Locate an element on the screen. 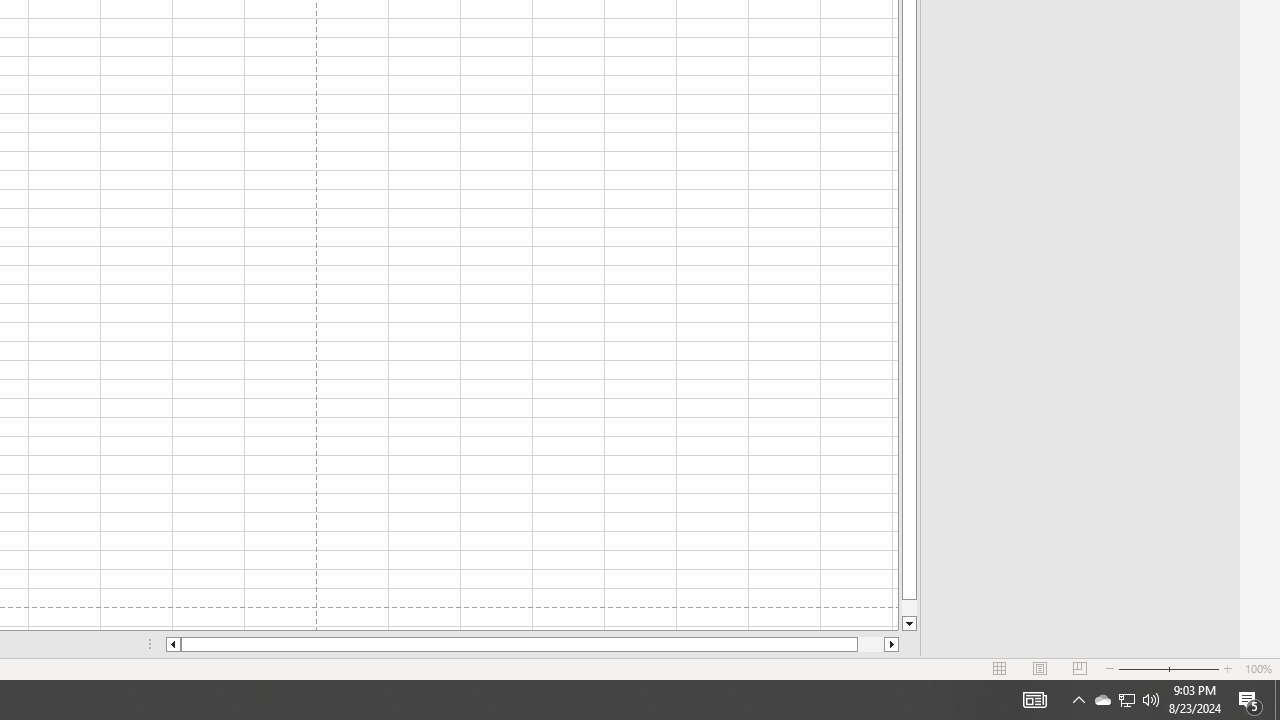  'Column right' is located at coordinates (891, 644).